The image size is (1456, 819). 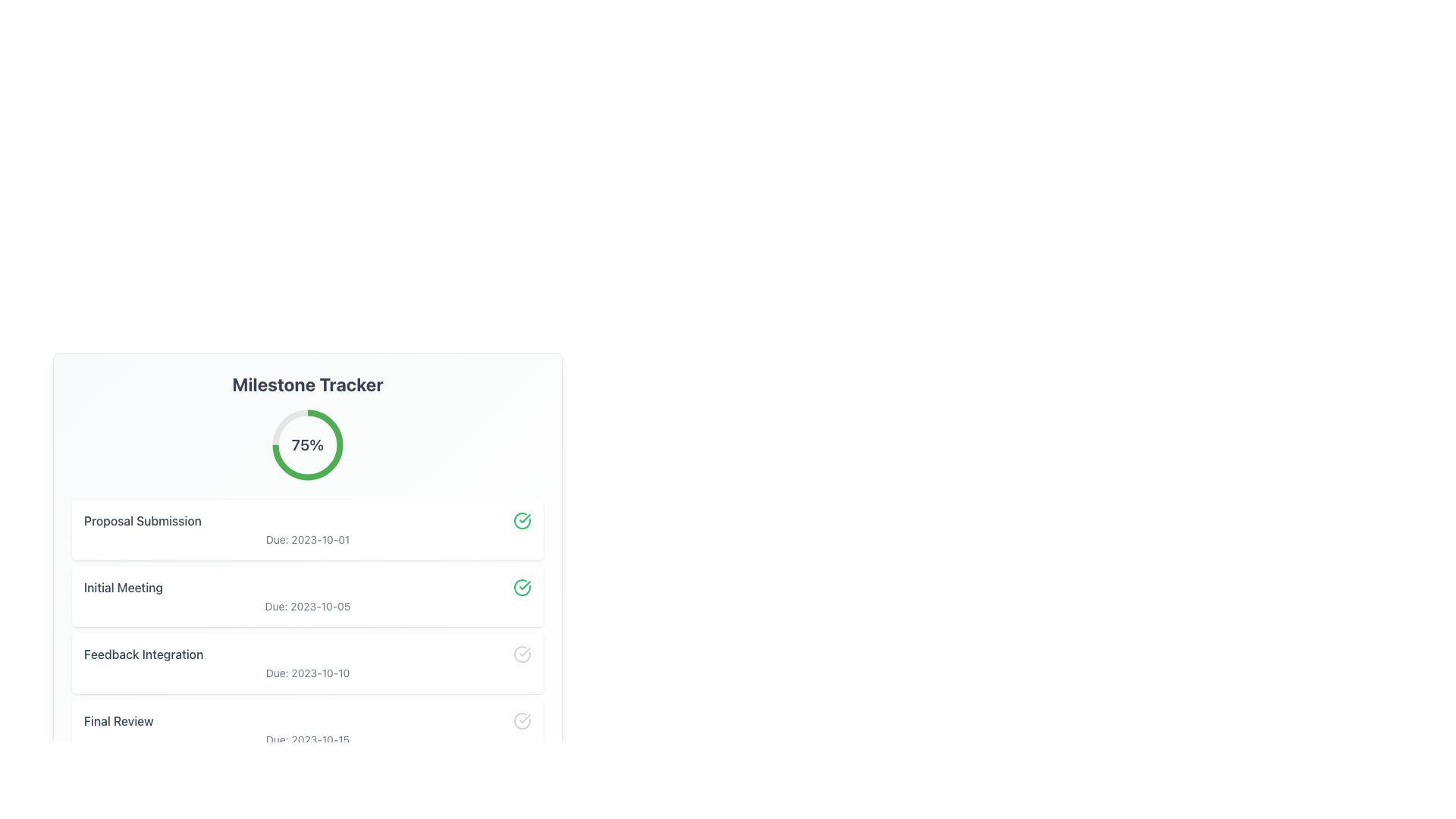 What do you see at coordinates (307, 444) in the screenshot?
I see `the Circular Progress Indicator displaying '75%' which is centrally located within the 'Milestone Tracker' interface` at bounding box center [307, 444].